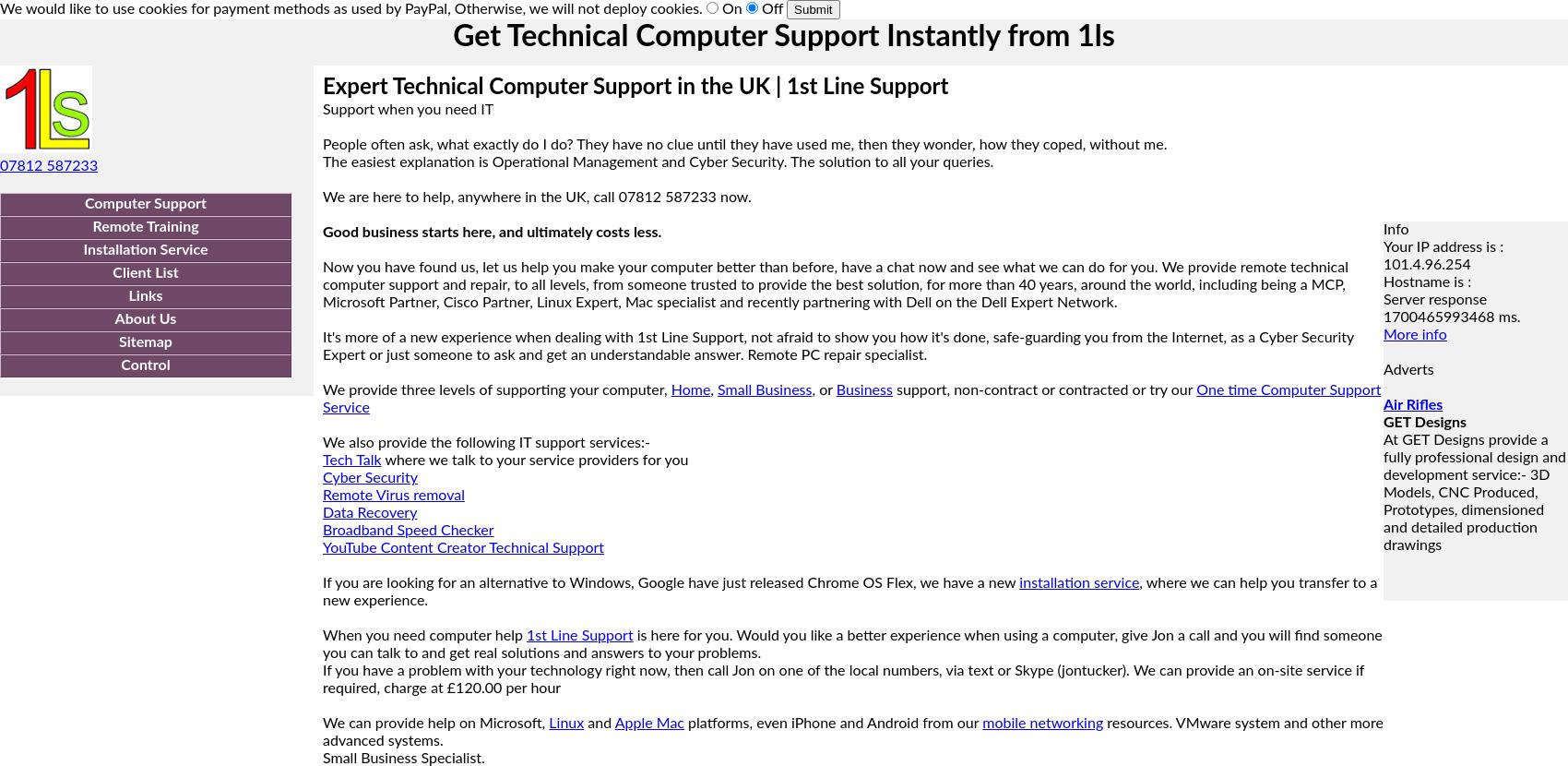  I want to click on ', where we can help you transfer to a new experience.', so click(322, 591).